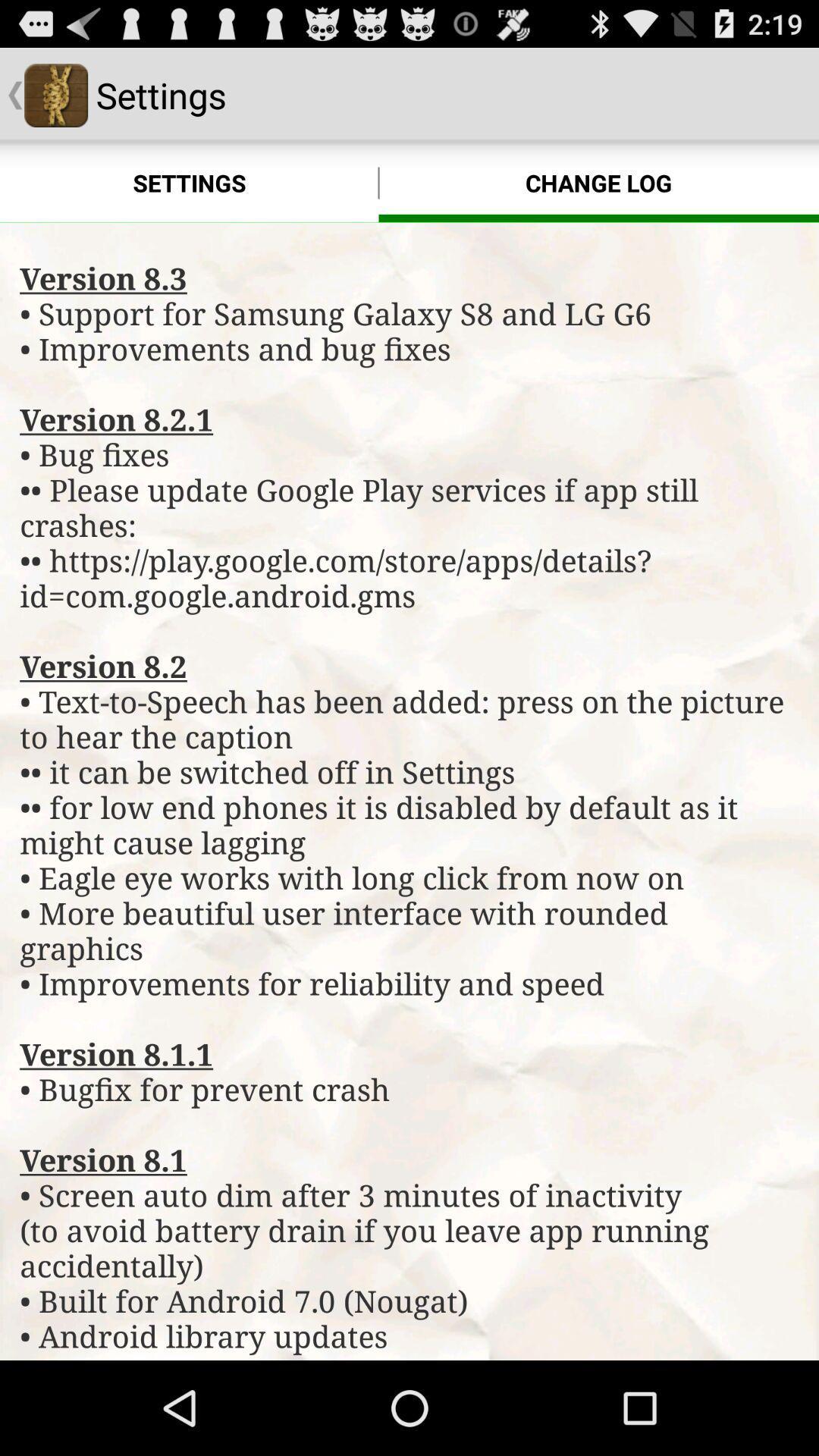  I want to click on change log at the top right corner, so click(598, 182).